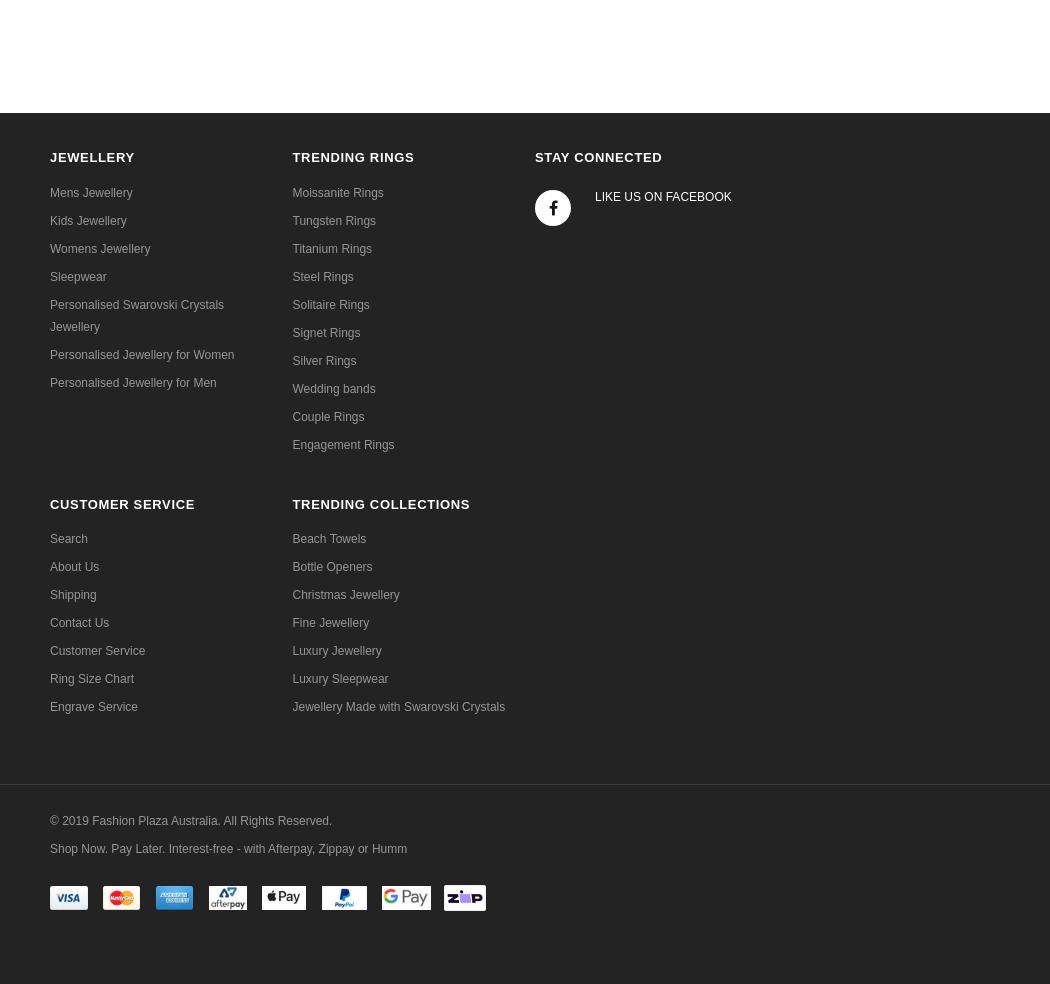 This screenshot has width=1050, height=984. Describe the element at coordinates (324, 359) in the screenshot. I see `'Silver Rings'` at that location.